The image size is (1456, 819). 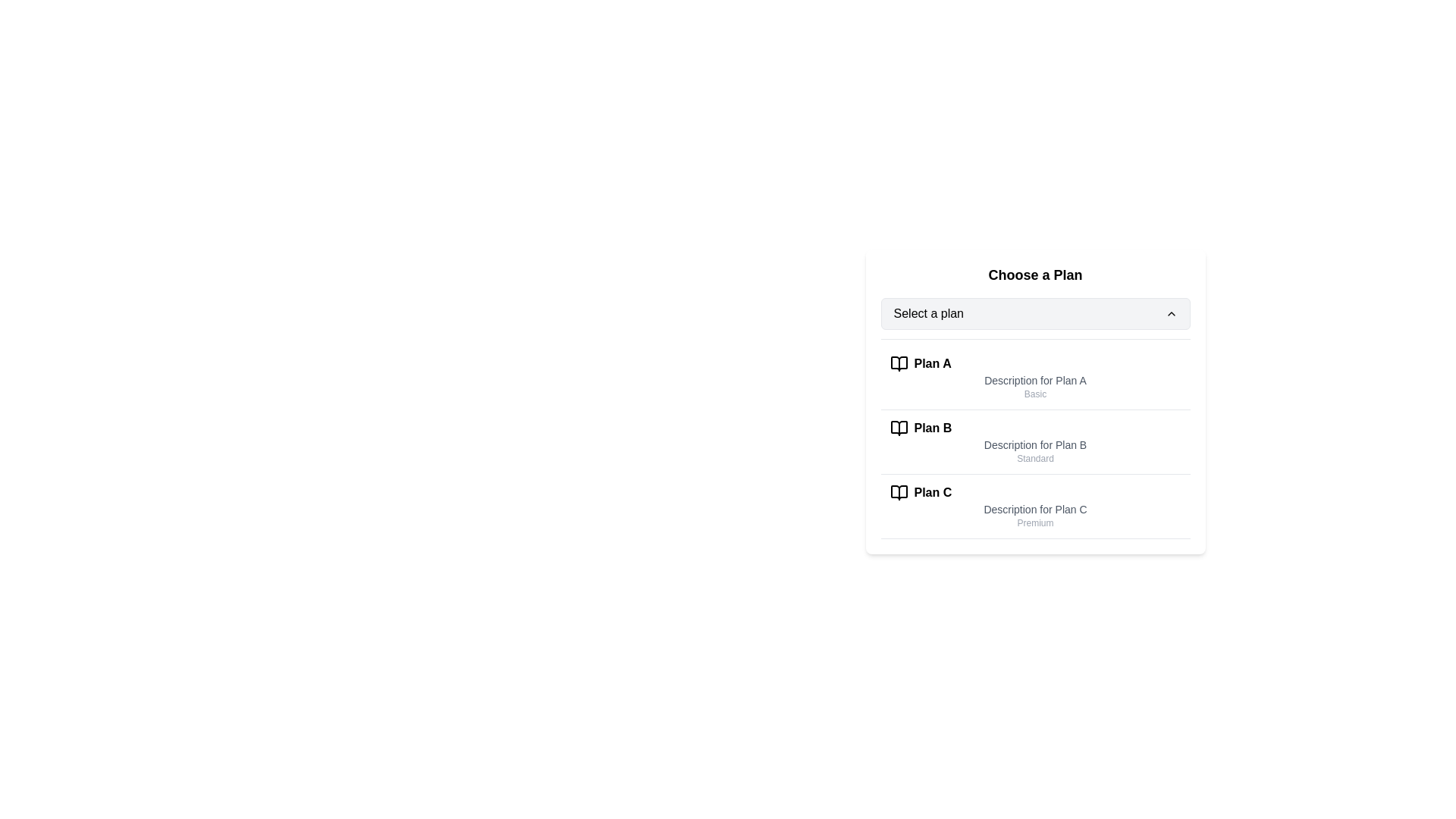 What do you see at coordinates (899, 363) in the screenshot?
I see `the icon representing the 'plan' or 'book' located to the left of the 'Plan A' label in the 'Choose a Plan' interface to possibly reveal a tooltip` at bounding box center [899, 363].